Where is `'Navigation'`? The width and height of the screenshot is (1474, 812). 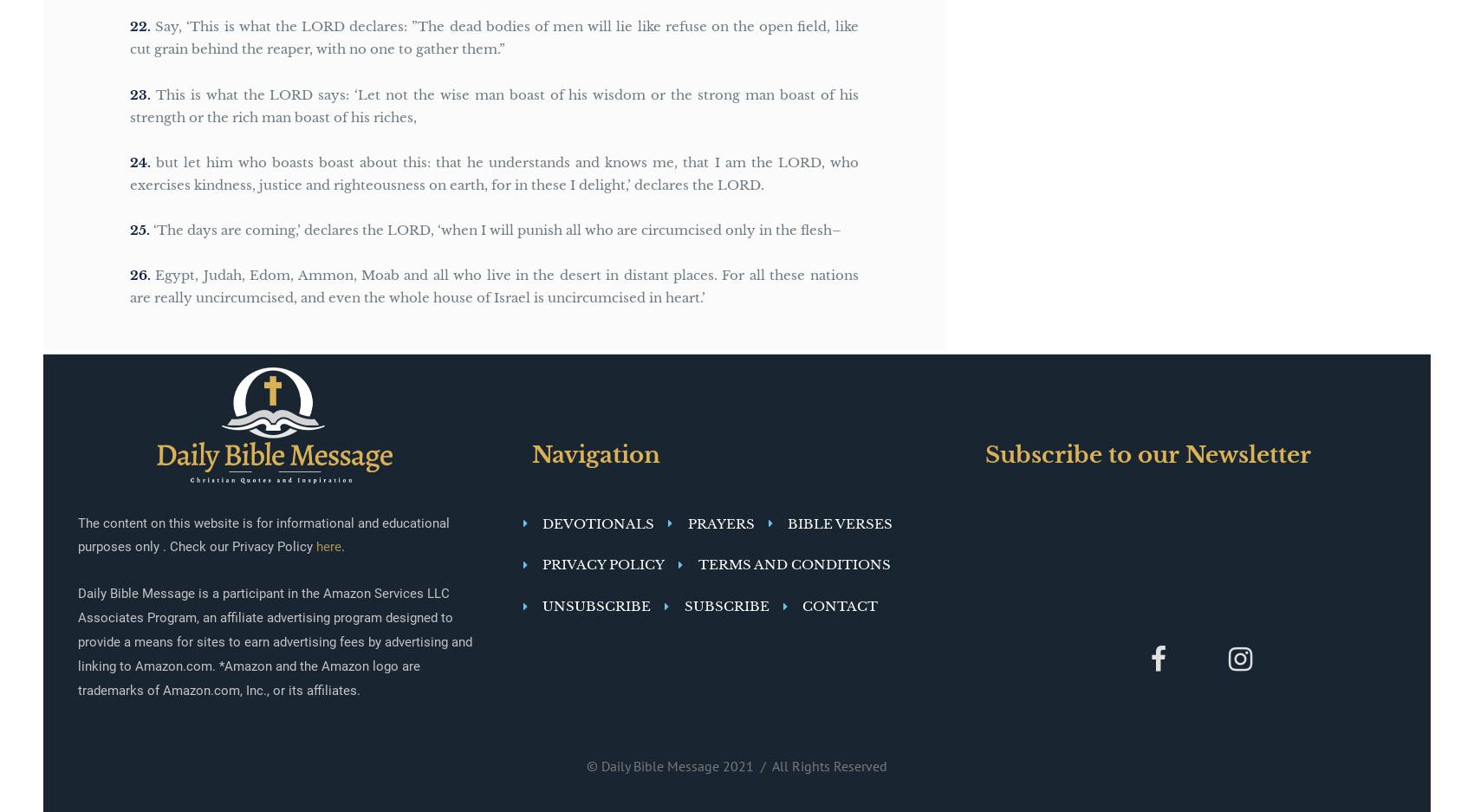 'Navigation' is located at coordinates (530, 452).